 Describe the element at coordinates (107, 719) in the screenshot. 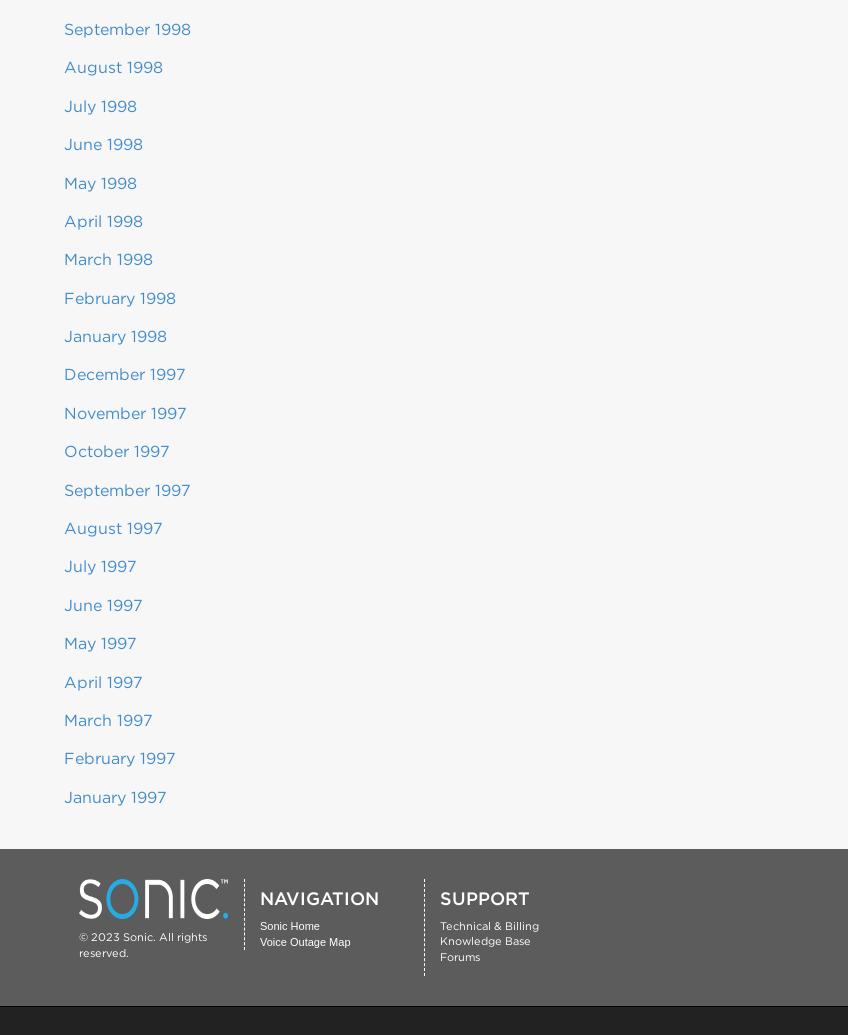

I see `'March 1997'` at that location.